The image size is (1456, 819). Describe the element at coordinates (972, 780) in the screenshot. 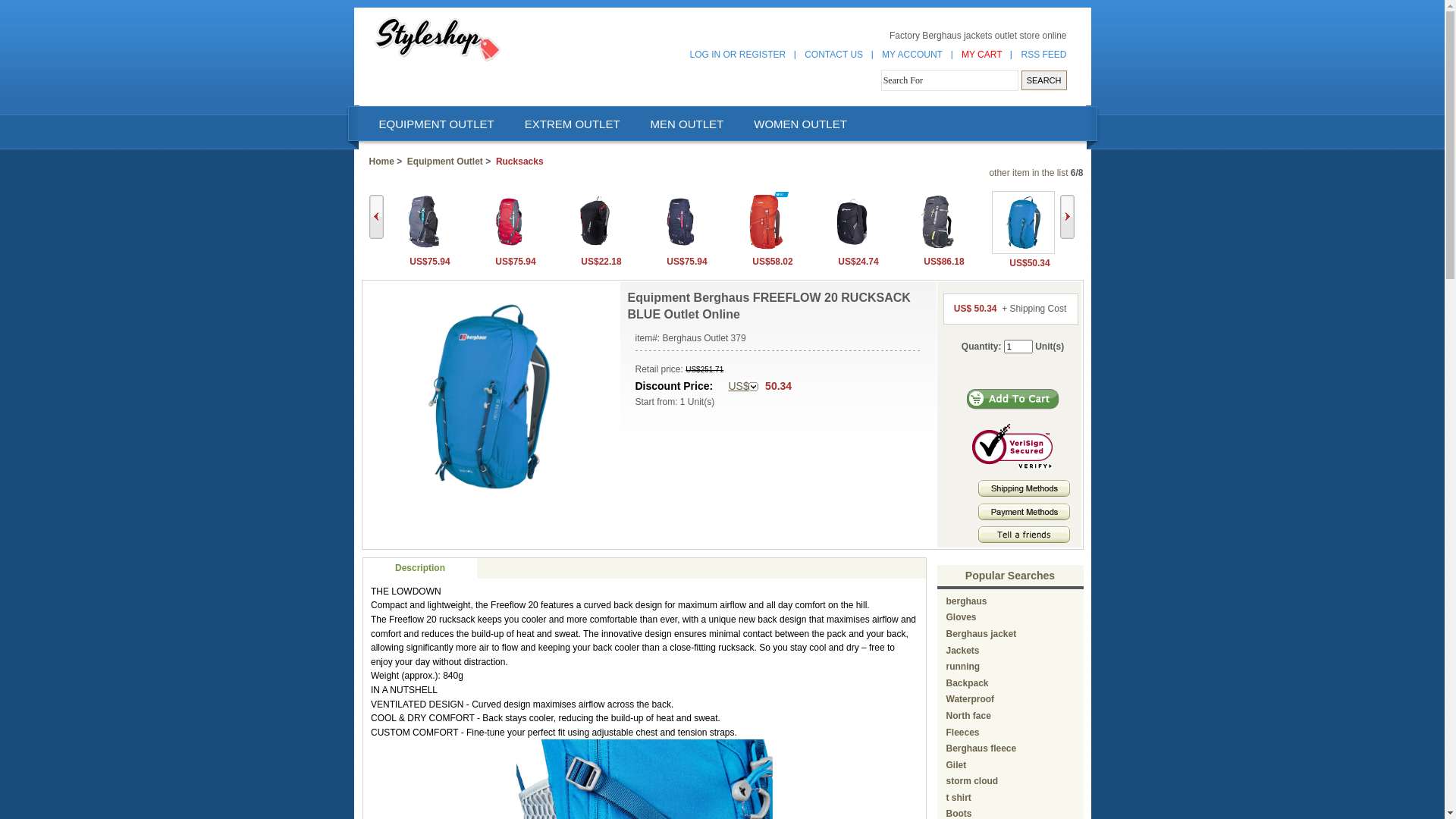

I see `'storm cloud'` at that location.